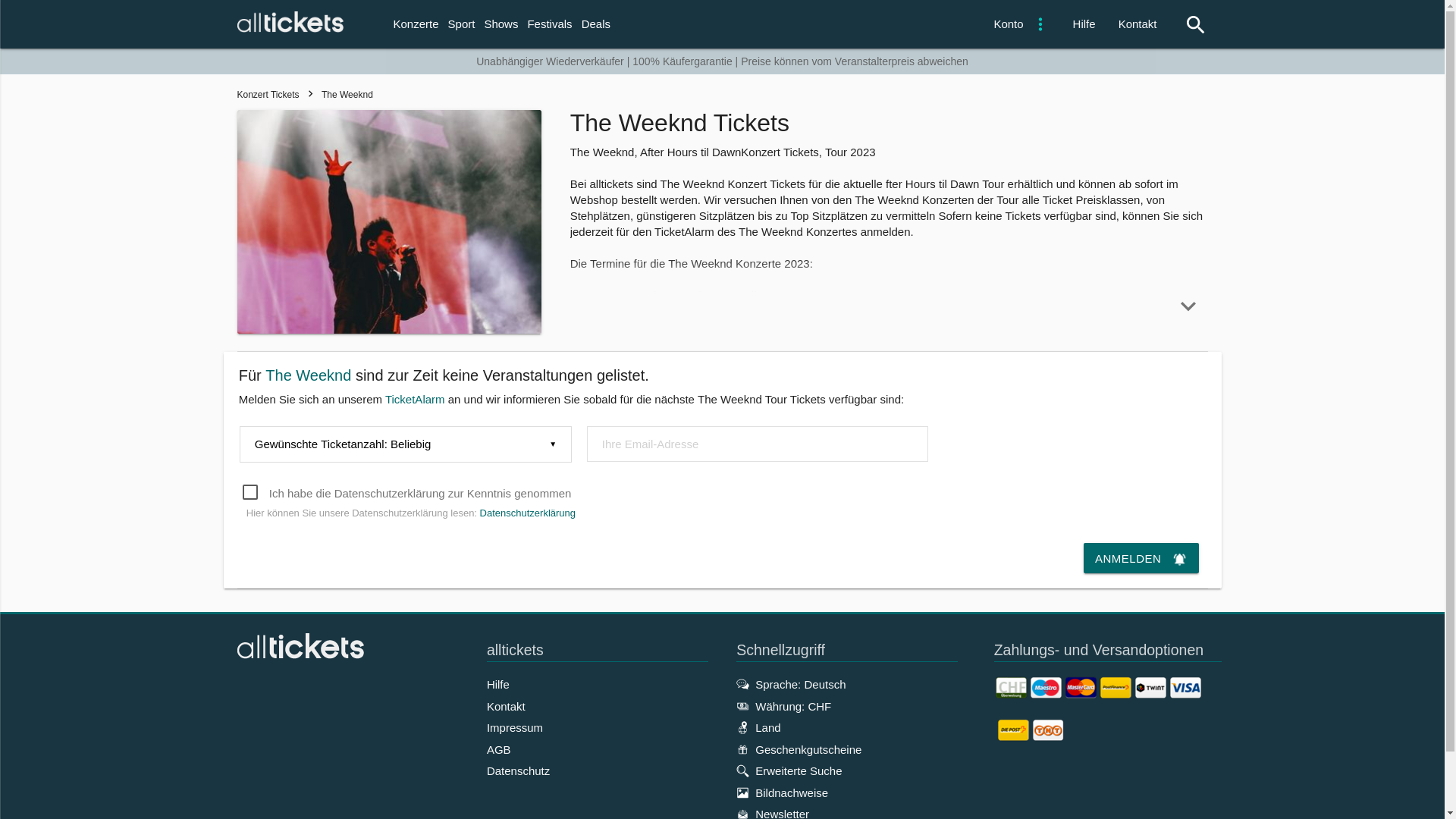 The width and height of the screenshot is (1456, 819). Describe the element at coordinates (736, 770) in the screenshot. I see `'Erweiterte Suche'` at that location.